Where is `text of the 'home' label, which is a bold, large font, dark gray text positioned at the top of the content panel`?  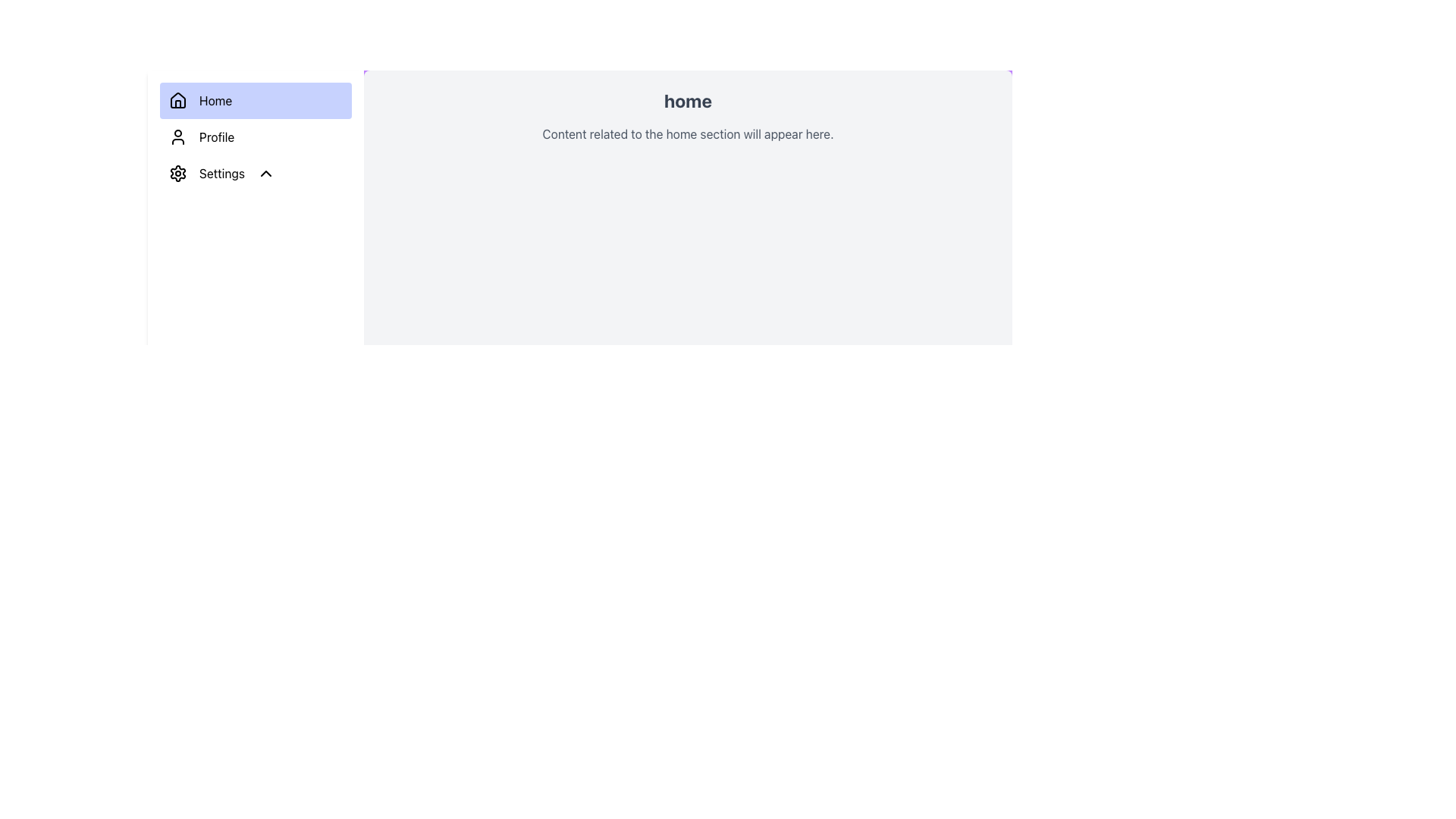 text of the 'home' label, which is a bold, large font, dark gray text positioned at the top of the content panel is located at coordinates (687, 100).